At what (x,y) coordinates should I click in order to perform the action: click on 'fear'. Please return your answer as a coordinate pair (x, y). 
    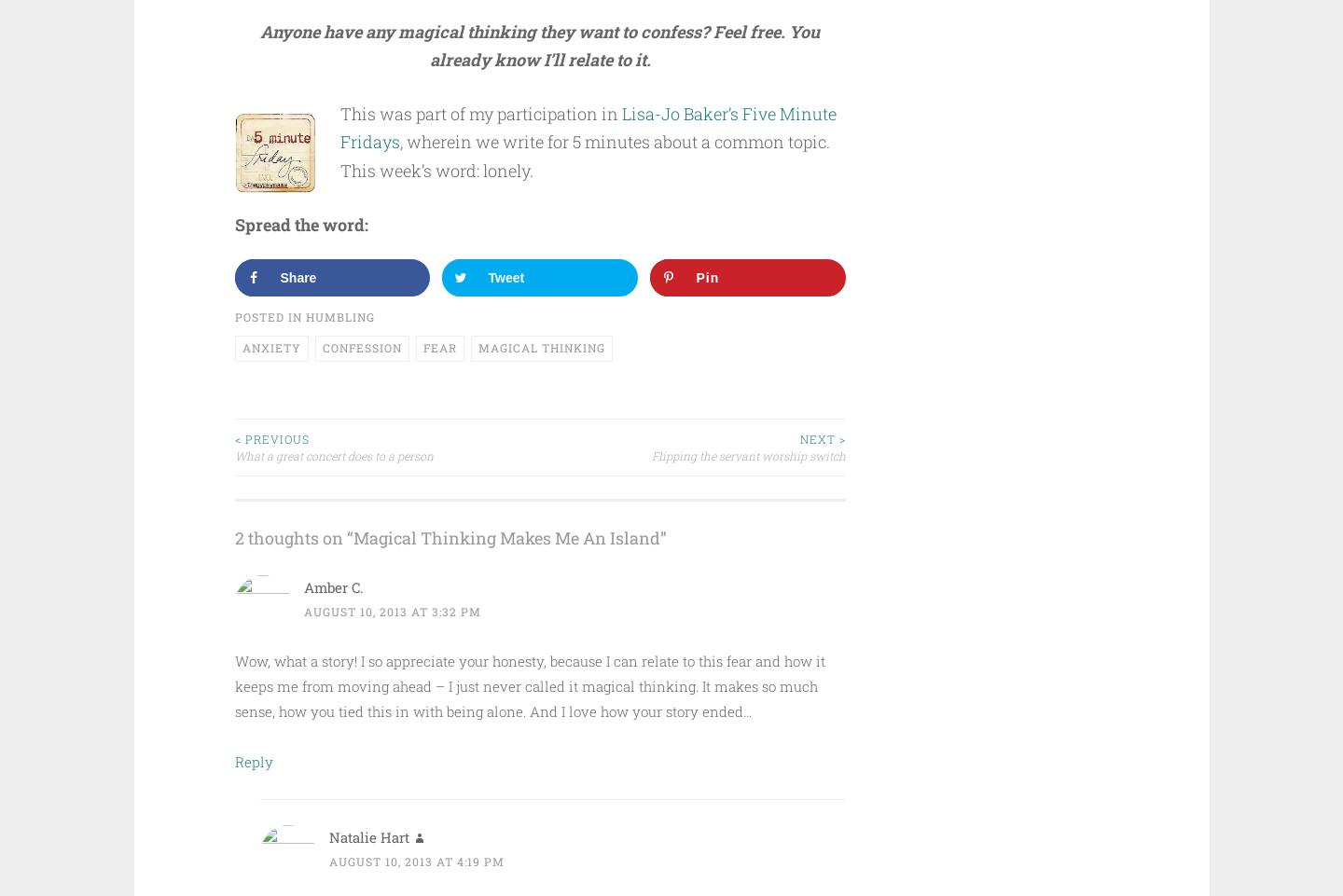
    Looking at the image, I should click on (422, 346).